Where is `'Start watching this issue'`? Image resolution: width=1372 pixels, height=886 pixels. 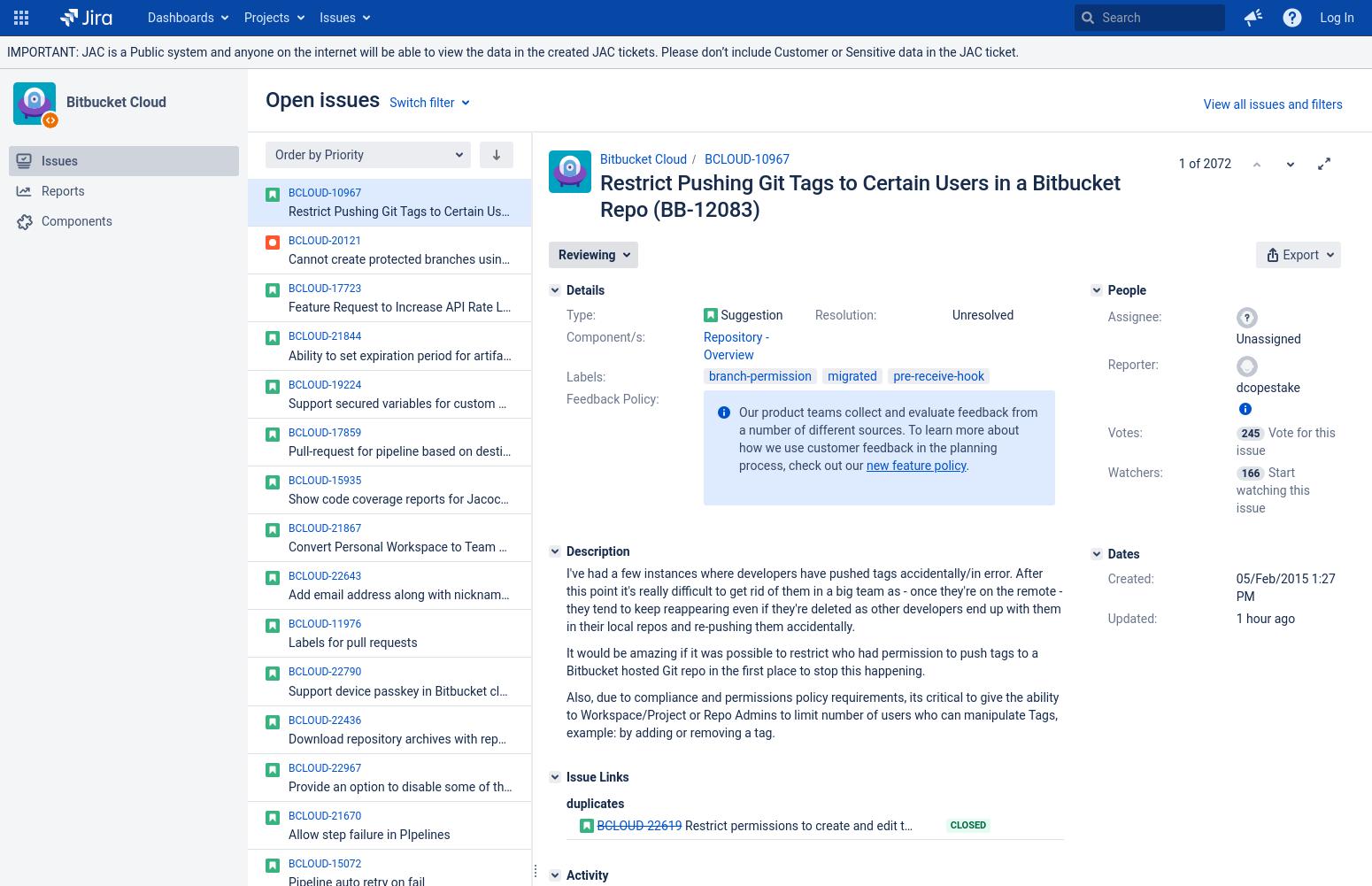
'Start watching this issue' is located at coordinates (1271, 488).